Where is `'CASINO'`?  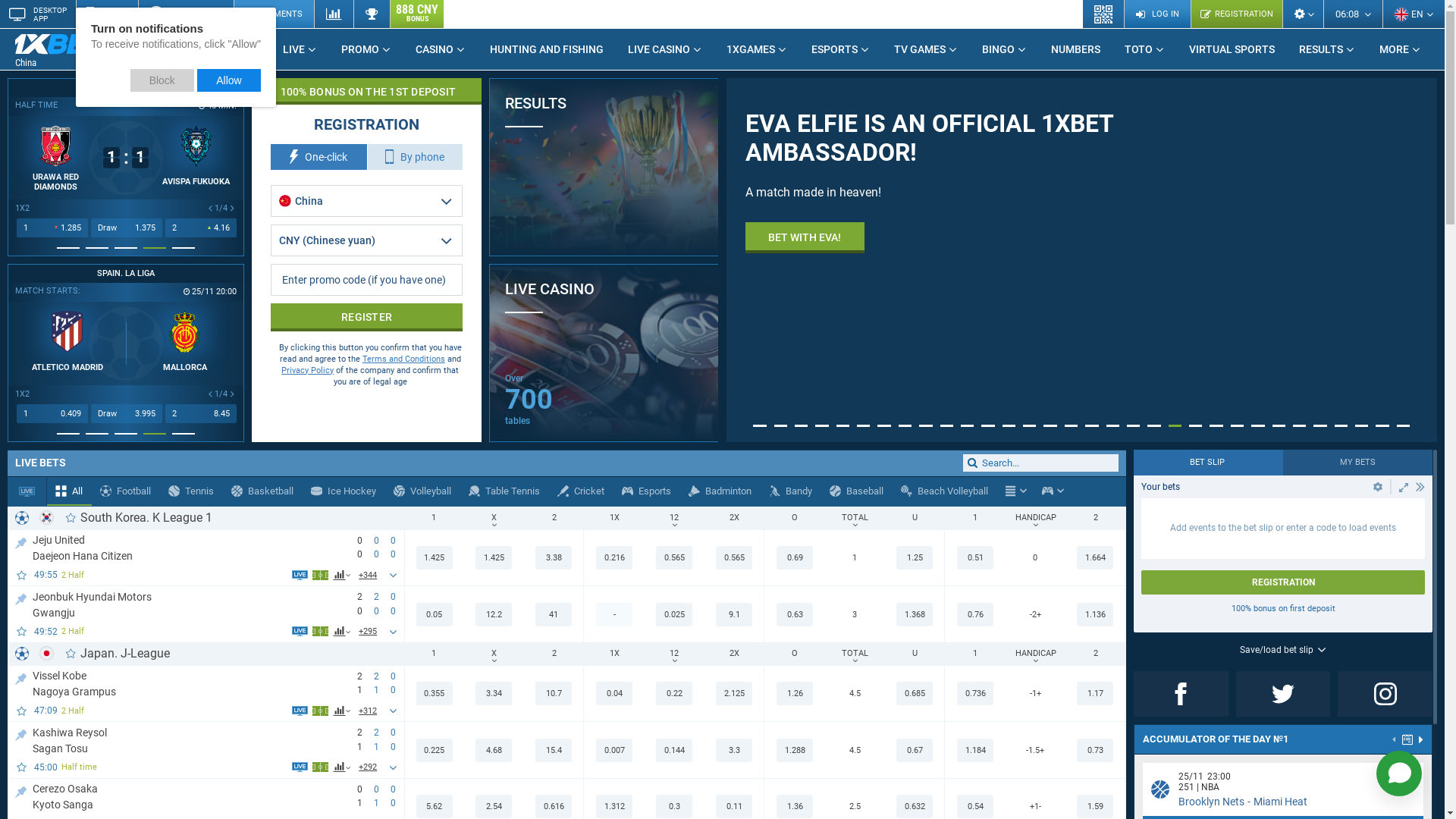
'CASINO' is located at coordinates (439, 49).